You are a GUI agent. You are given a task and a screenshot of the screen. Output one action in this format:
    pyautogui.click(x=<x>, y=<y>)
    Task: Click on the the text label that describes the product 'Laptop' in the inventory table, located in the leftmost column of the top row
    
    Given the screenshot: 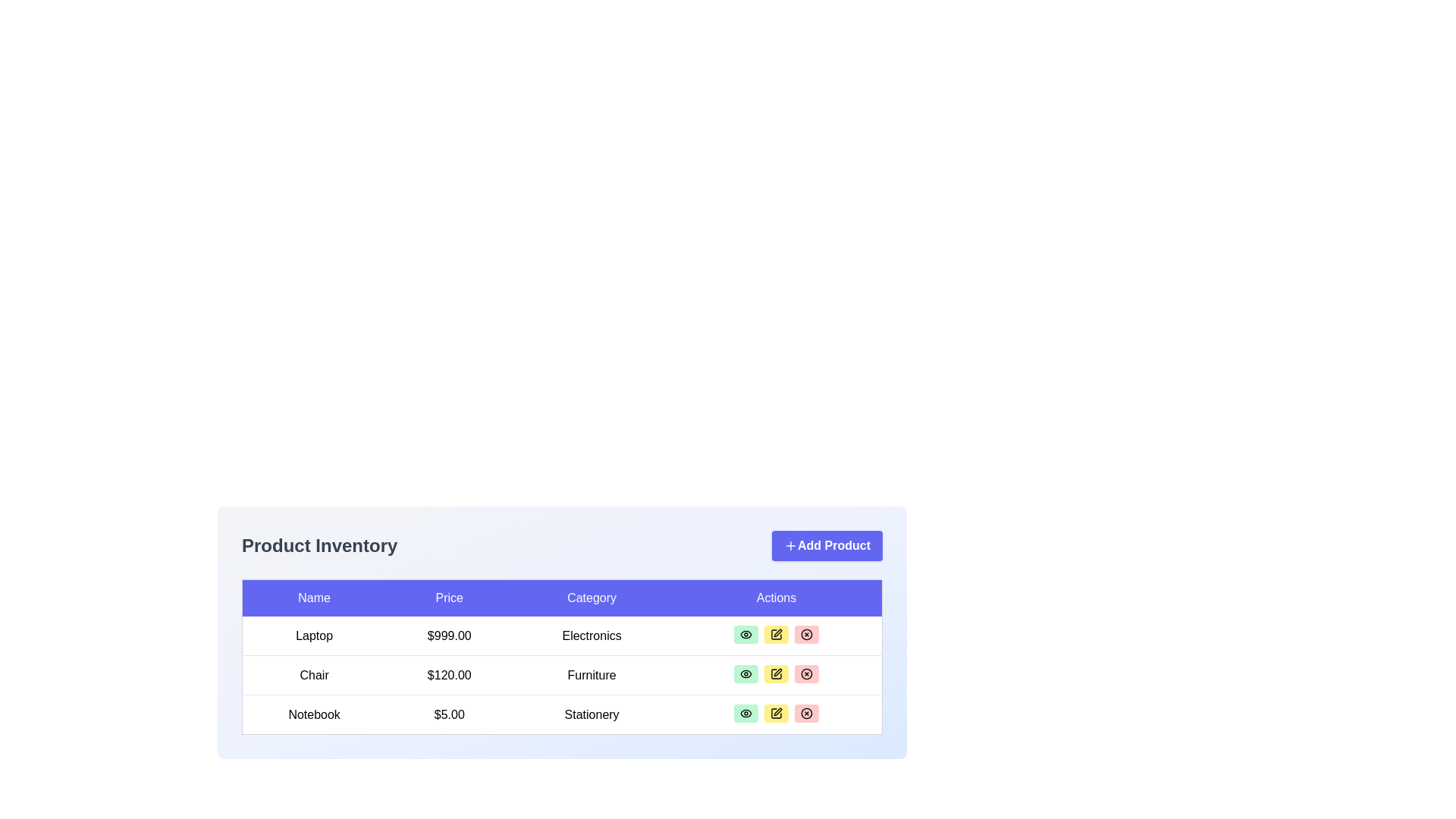 What is the action you would take?
    pyautogui.click(x=313, y=635)
    